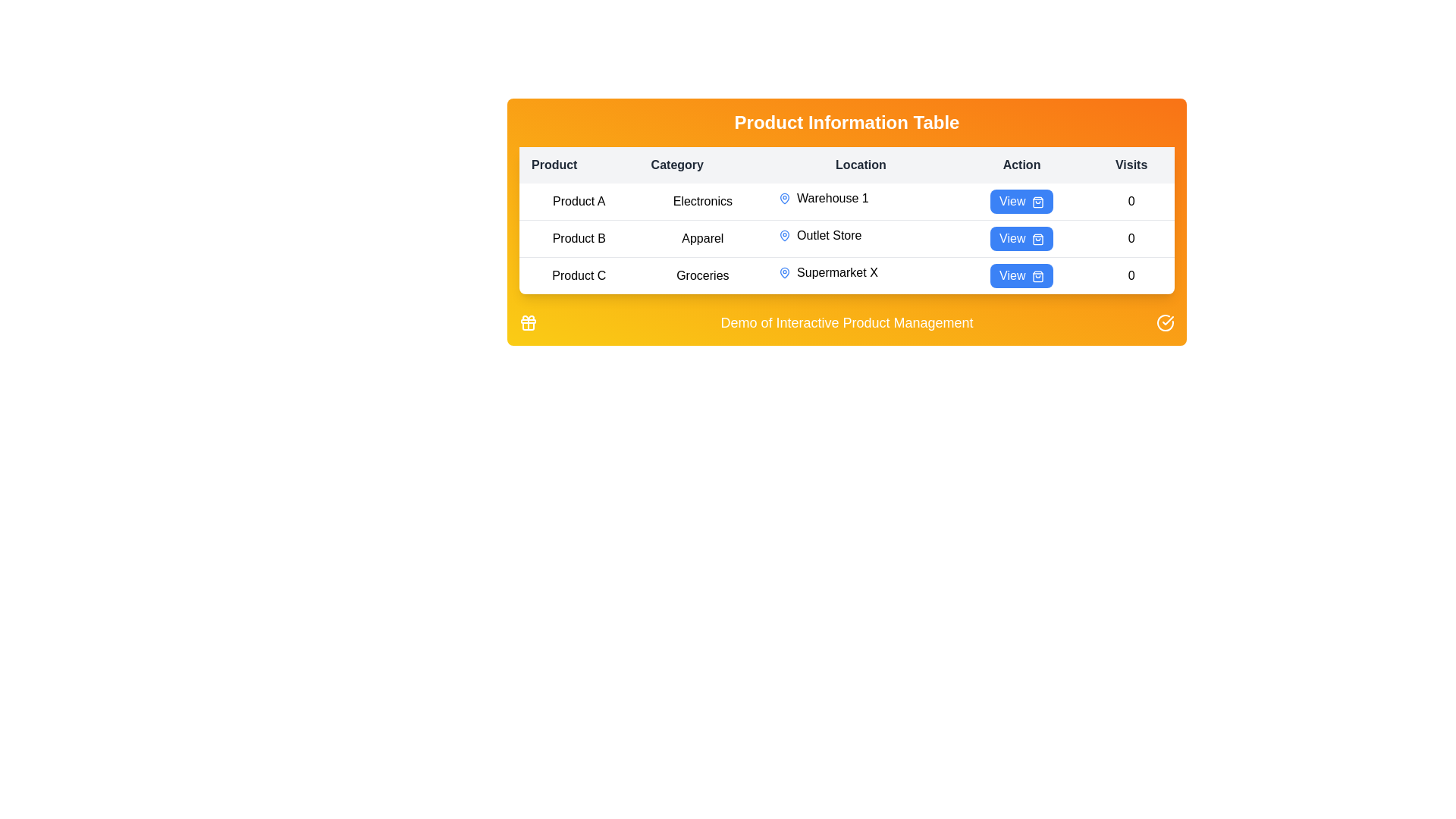 The width and height of the screenshot is (1456, 819). What do you see at coordinates (861, 236) in the screenshot?
I see `the 'Outlet Store' text label in the 'Location' column of the second row of the table, which is positioned next to 'Apparel' and precedes the 'View' button` at bounding box center [861, 236].